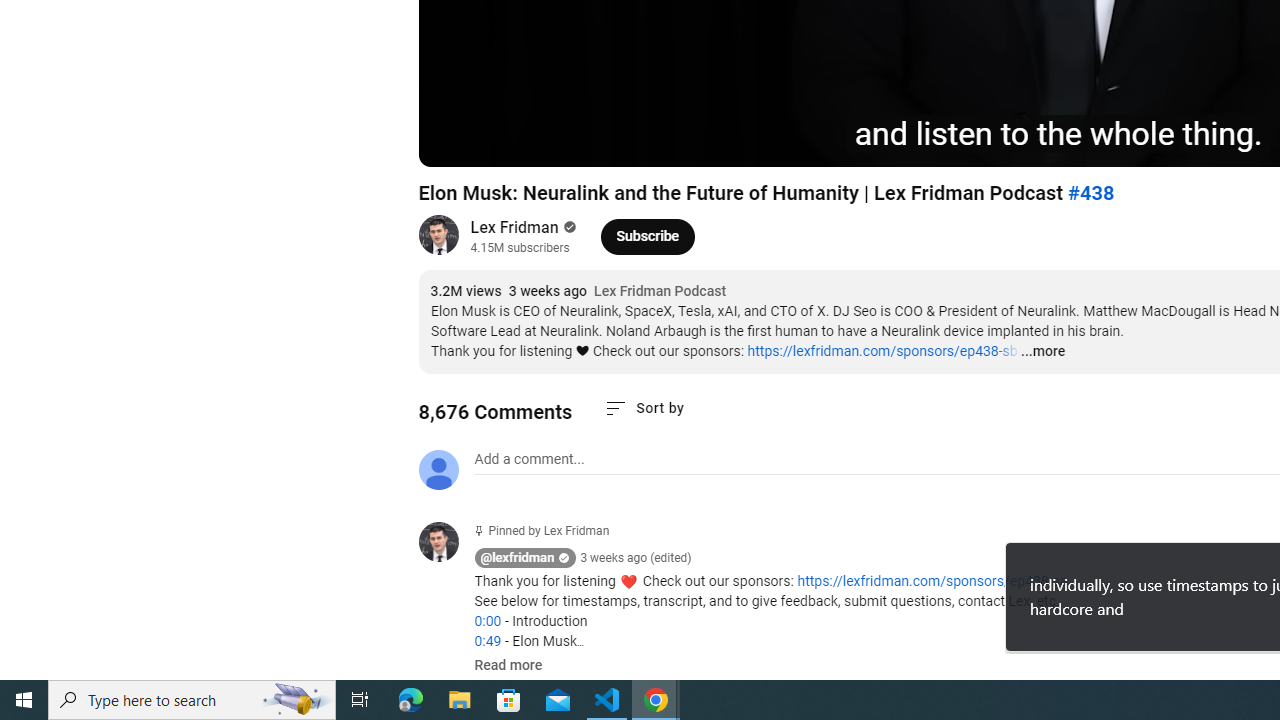  Describe the element at coordinates (881, 350) in the screenshot. I see `'https://lexfridman.com/sponsors/ep438-sb'` at that location.